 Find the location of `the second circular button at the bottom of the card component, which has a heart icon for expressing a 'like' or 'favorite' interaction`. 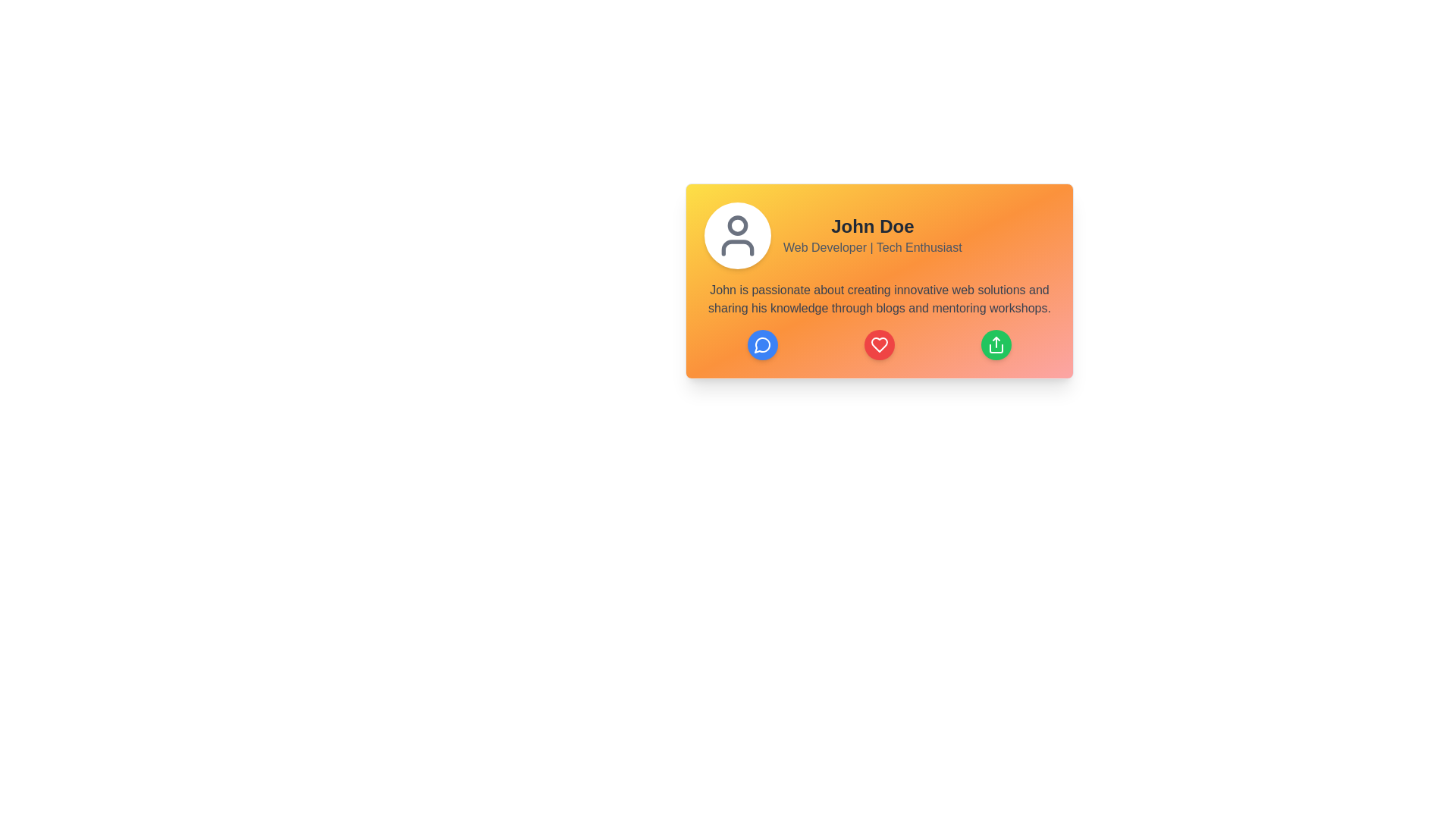

the second circular button at the bottom of the card component, which has a heart icon for expressing a 'like' or 'favorite' interaction is located at coordinates (880, 345).